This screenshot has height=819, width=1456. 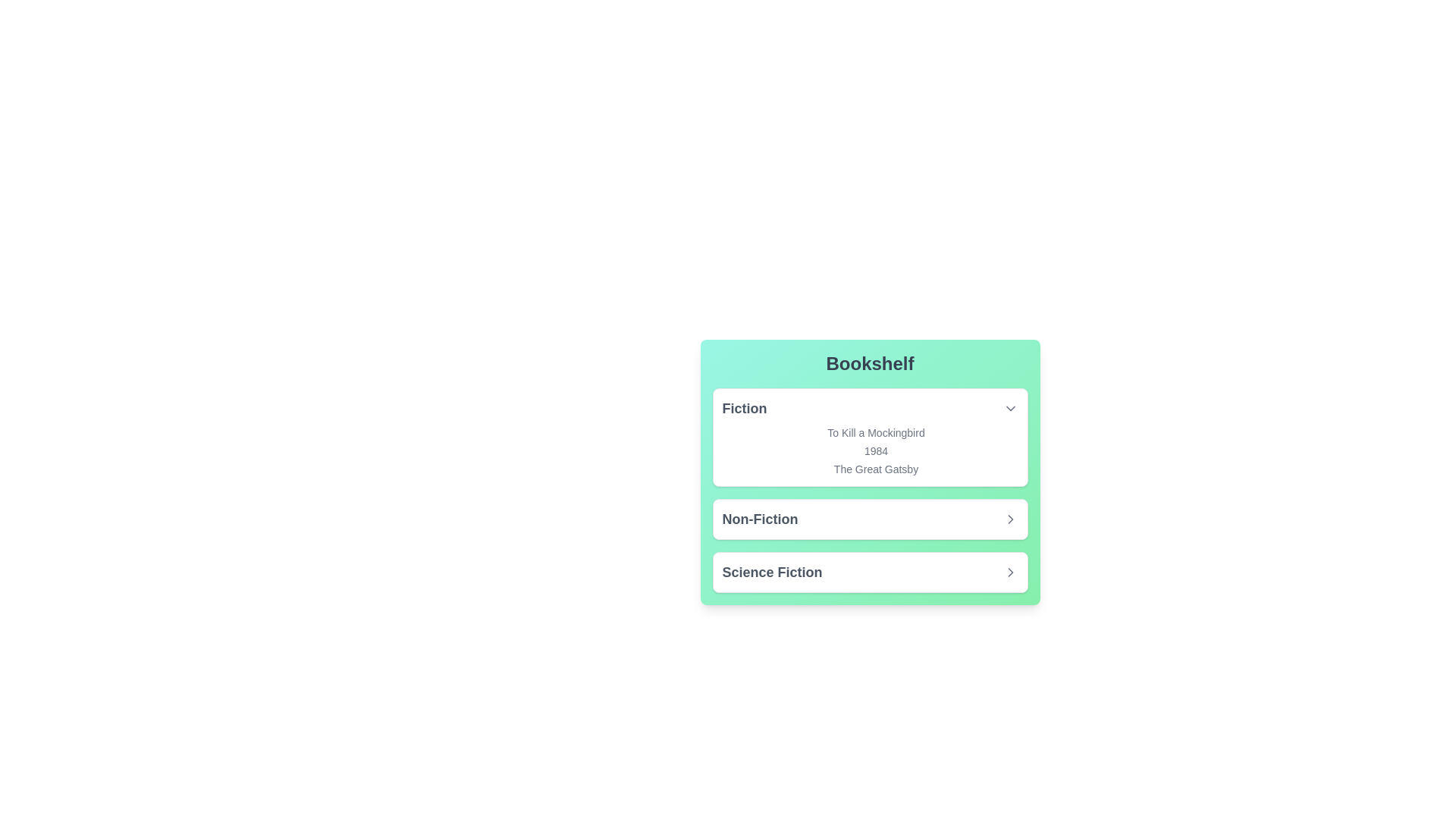 What do you see at coordinates (870, 450) in the screenshot?
I see `the book title 1984` at bounding box center [870, 450].